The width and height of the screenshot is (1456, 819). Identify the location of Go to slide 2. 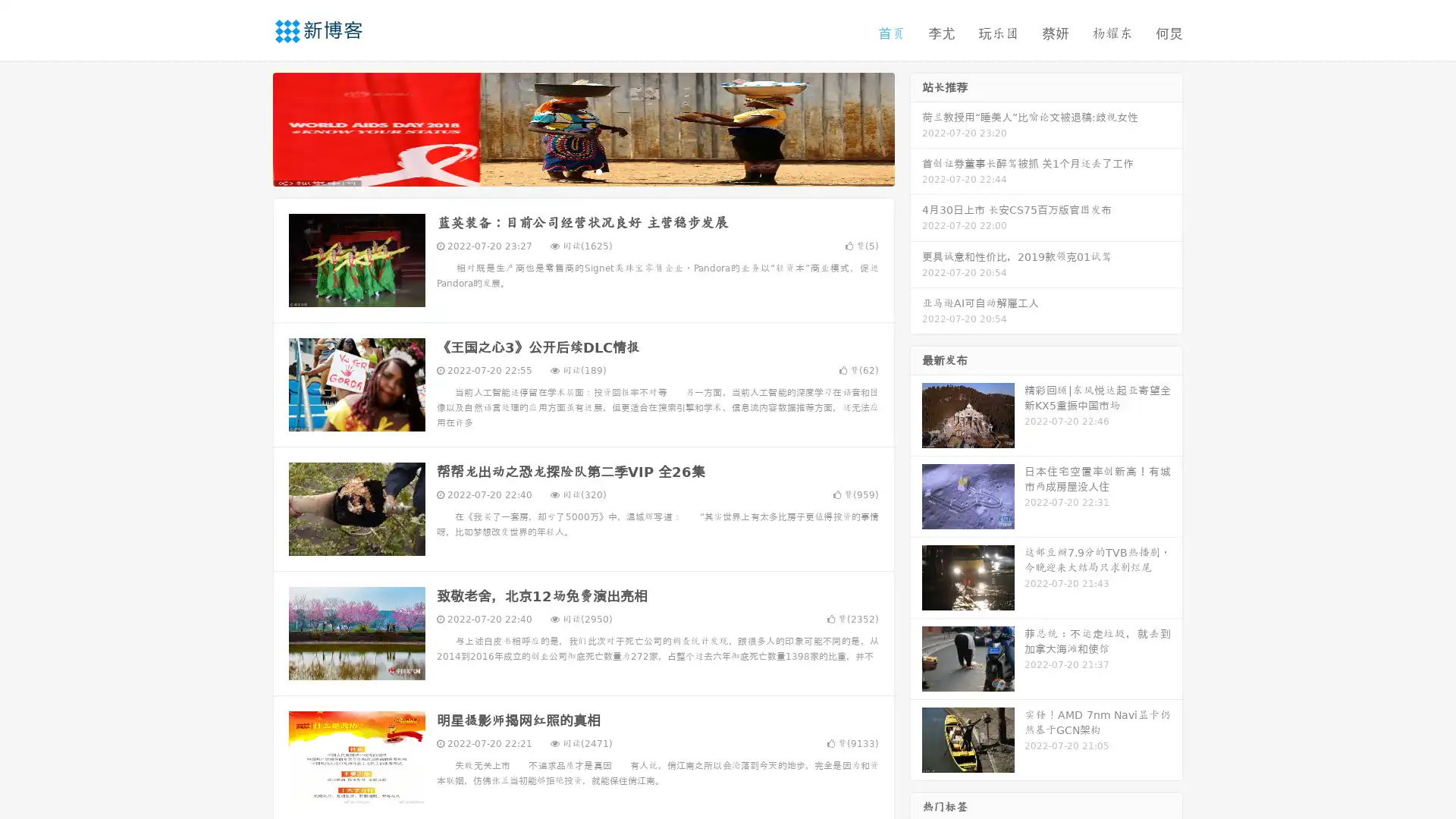
(582, 171).